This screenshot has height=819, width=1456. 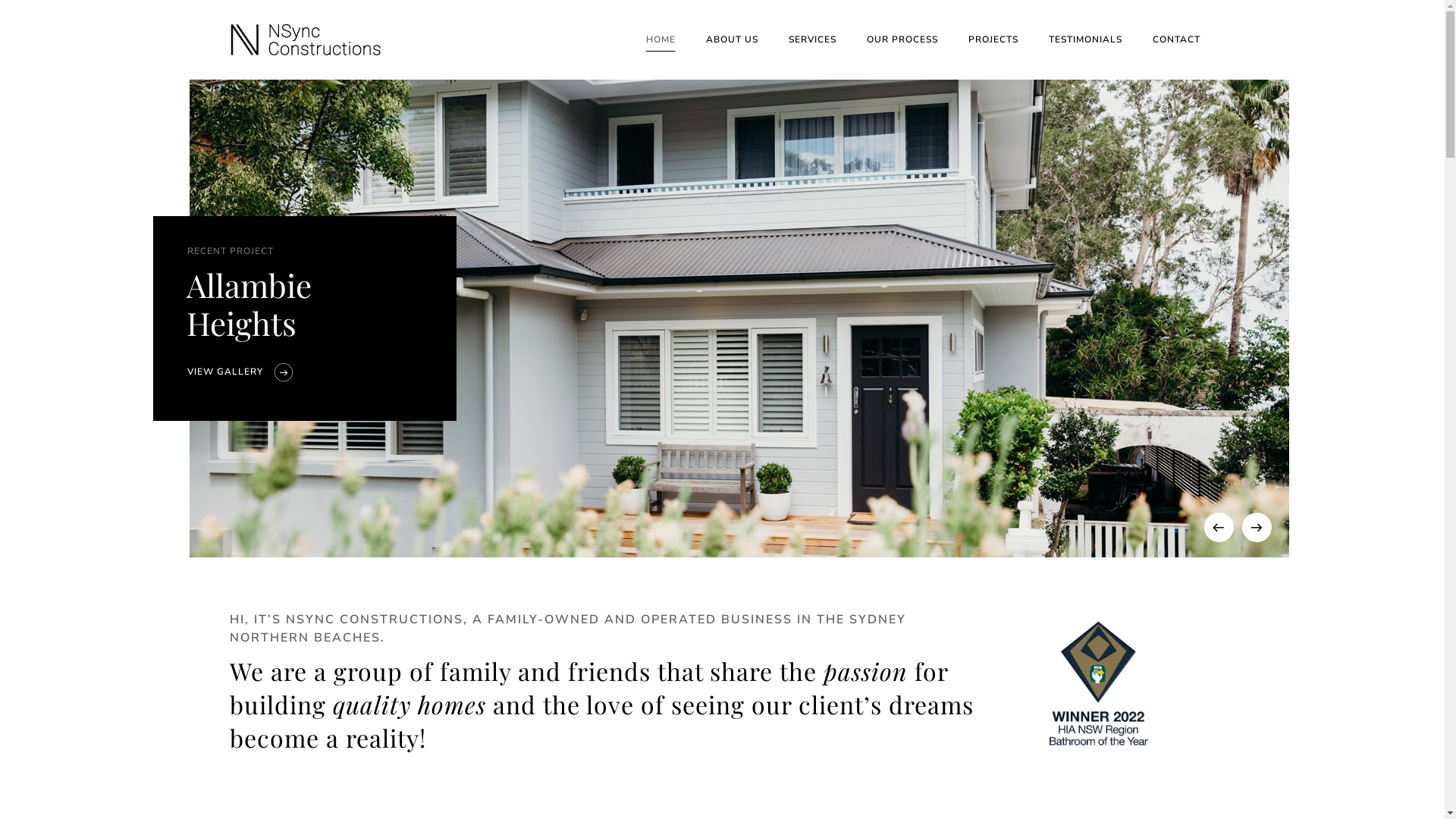 What do you see at coordinates (902, 39) in the screenshot?
I see `'OUR PROCESS'` at bounding box center [902, 39].